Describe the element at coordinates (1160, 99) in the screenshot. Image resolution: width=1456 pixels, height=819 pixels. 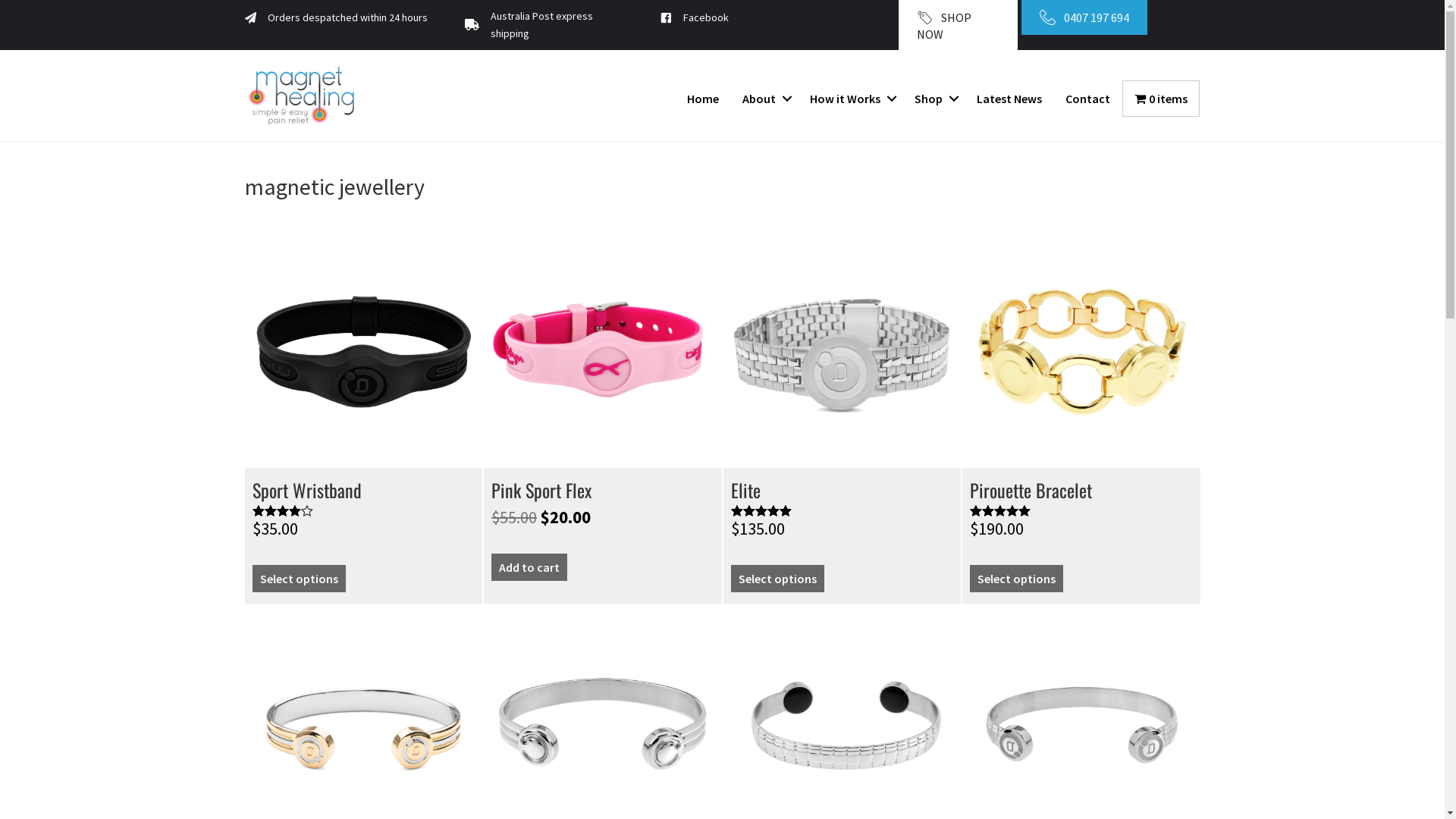
I see `'0 items'` at that location.